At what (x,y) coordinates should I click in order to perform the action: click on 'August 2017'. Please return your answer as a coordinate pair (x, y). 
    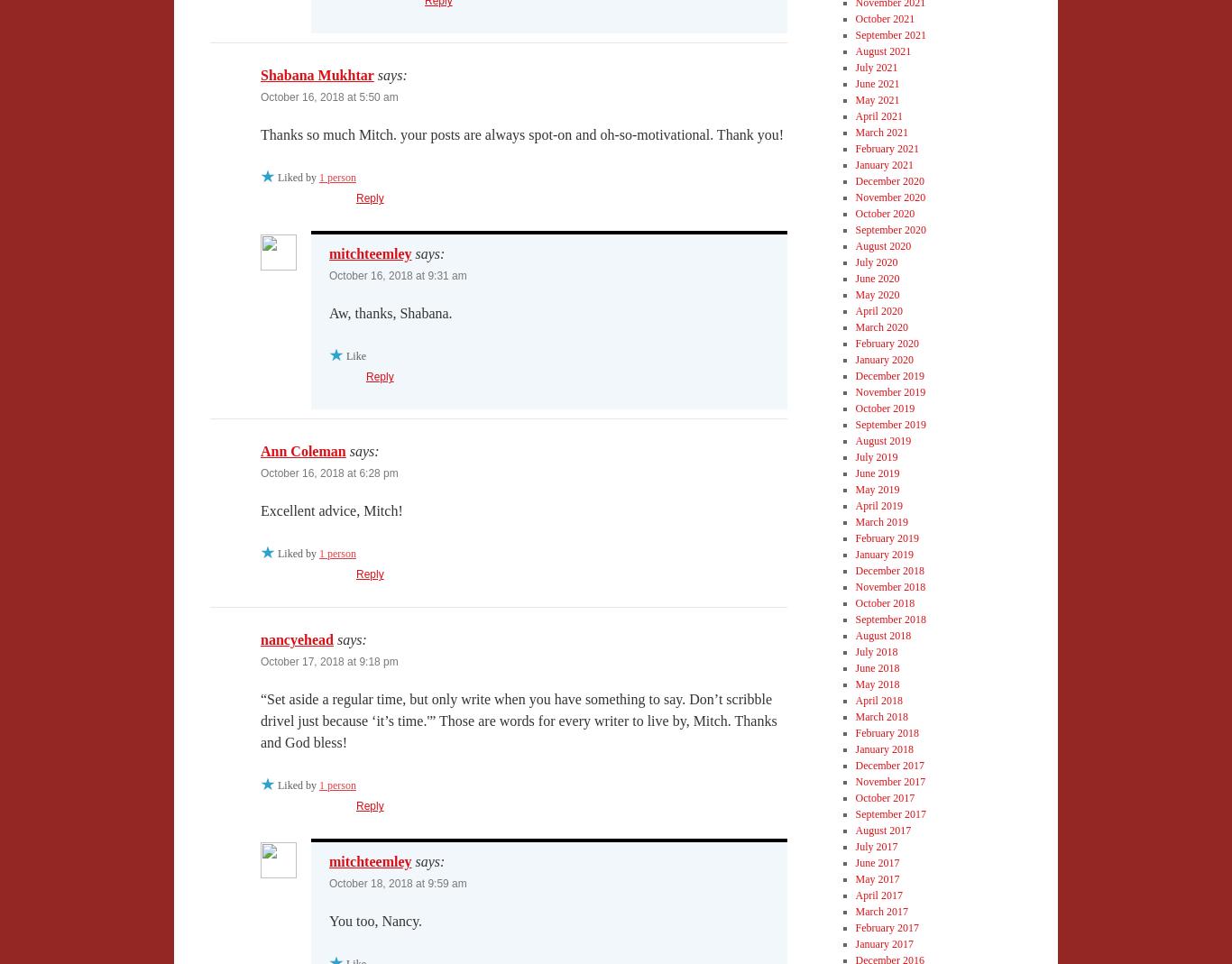
    Looking at the image, I should click on (883, 828).